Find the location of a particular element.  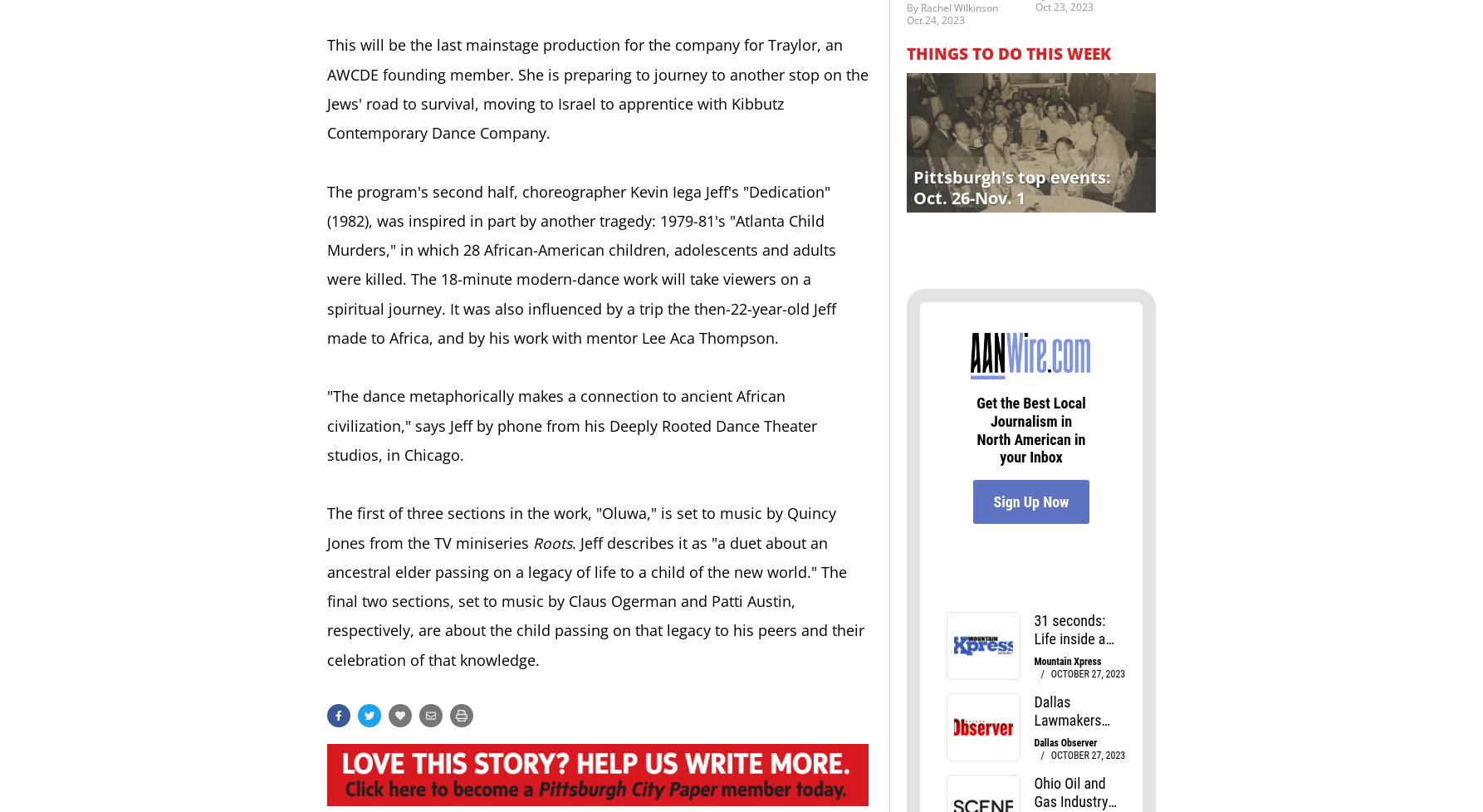

'Roots' is located at coordinates (552, 542).